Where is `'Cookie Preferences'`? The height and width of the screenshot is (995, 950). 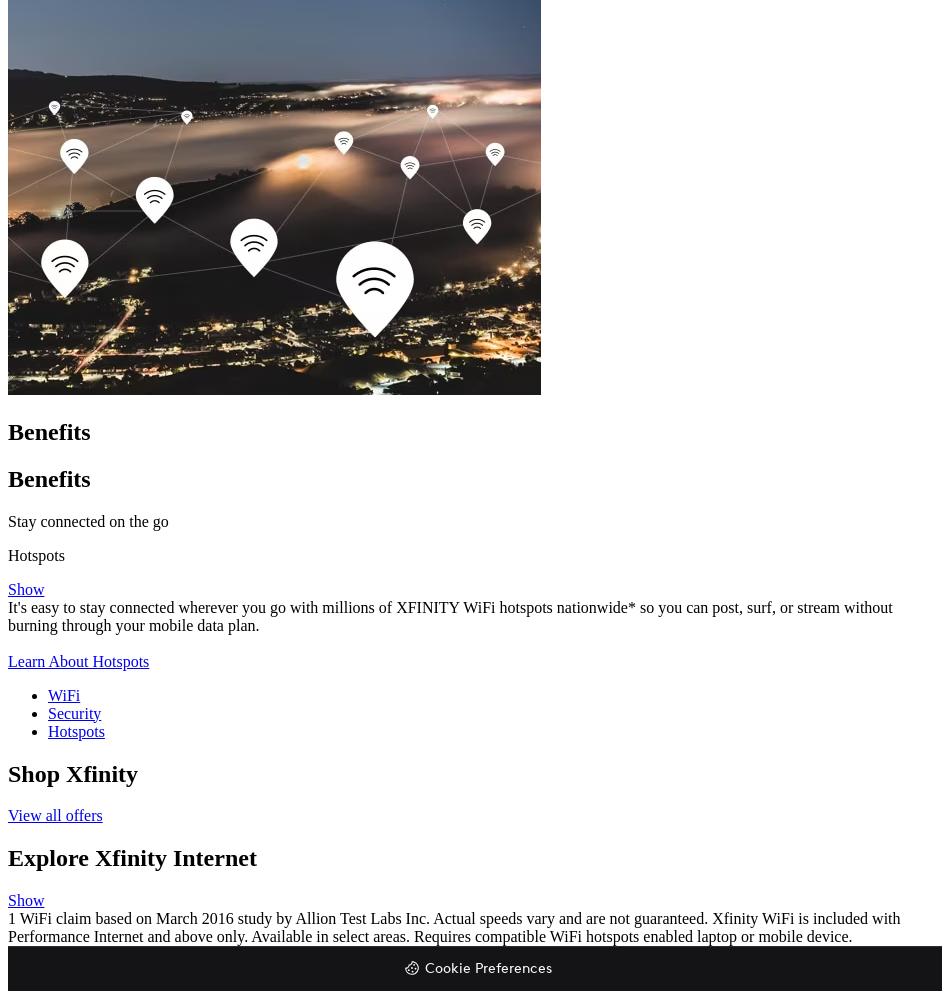 'Cookie Preferences' is located at coordinates (487, 968).